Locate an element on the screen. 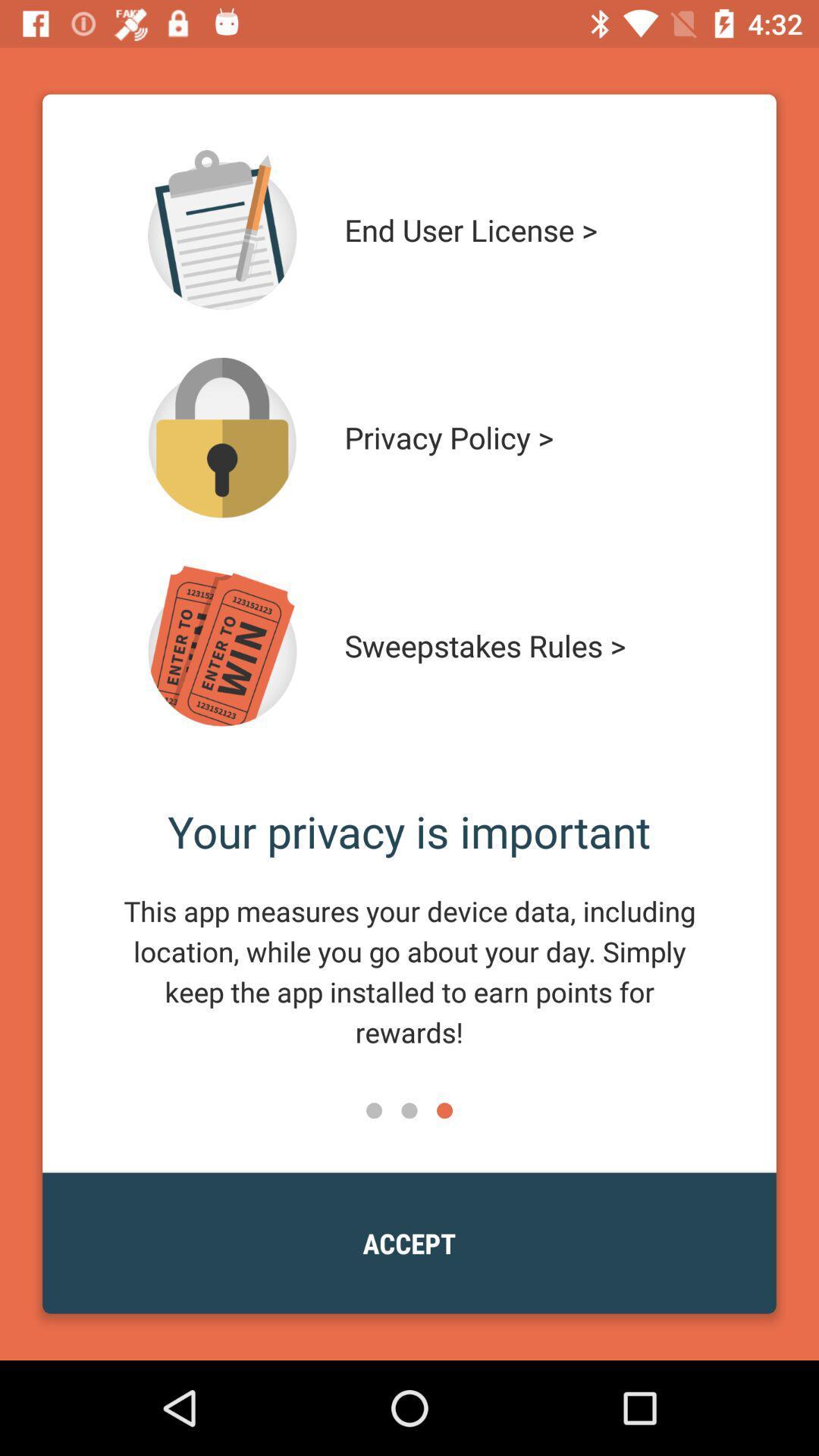 This screenshot has height=1456, width=819. the item below the privacy policy > icon is located at coordinates (513, 645).